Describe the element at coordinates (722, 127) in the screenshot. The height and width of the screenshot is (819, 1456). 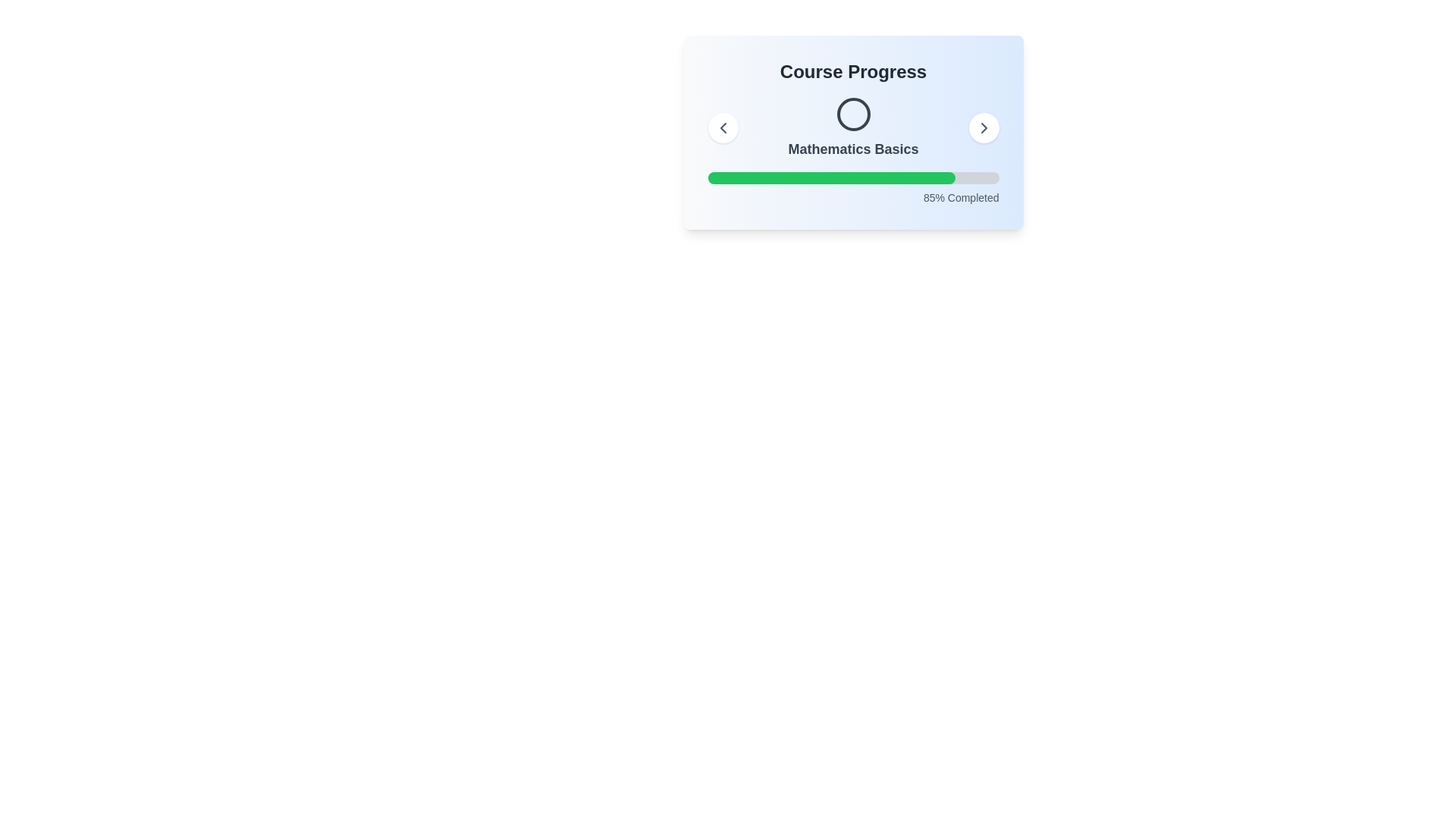
I see `the navigation button in the top-left corner of the header card labeled 'Mathematics Basics'` at that location.